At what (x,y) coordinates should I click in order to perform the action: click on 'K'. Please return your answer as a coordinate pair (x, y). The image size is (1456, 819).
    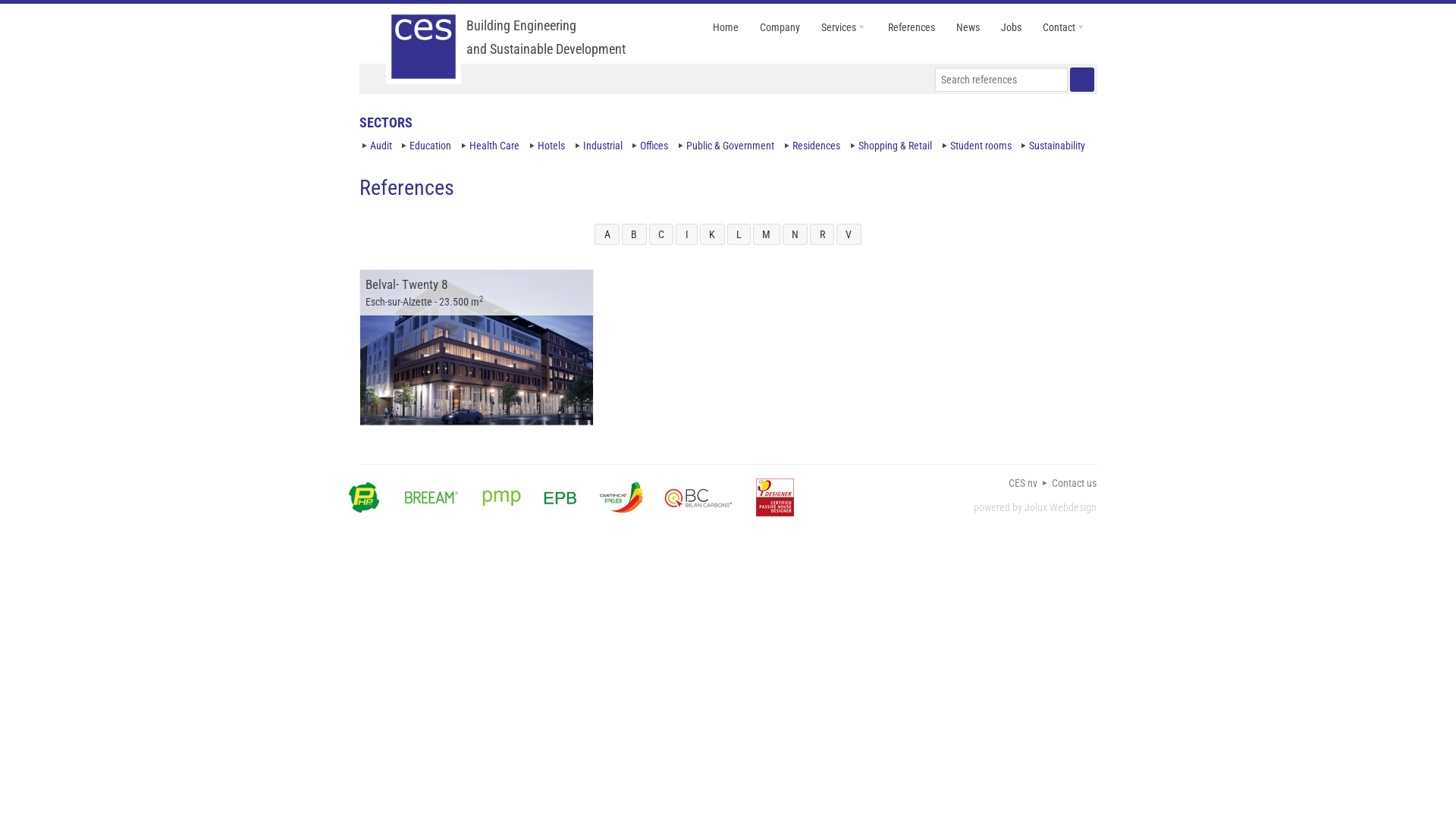
    Looking at the image, I should click on (711, 234).